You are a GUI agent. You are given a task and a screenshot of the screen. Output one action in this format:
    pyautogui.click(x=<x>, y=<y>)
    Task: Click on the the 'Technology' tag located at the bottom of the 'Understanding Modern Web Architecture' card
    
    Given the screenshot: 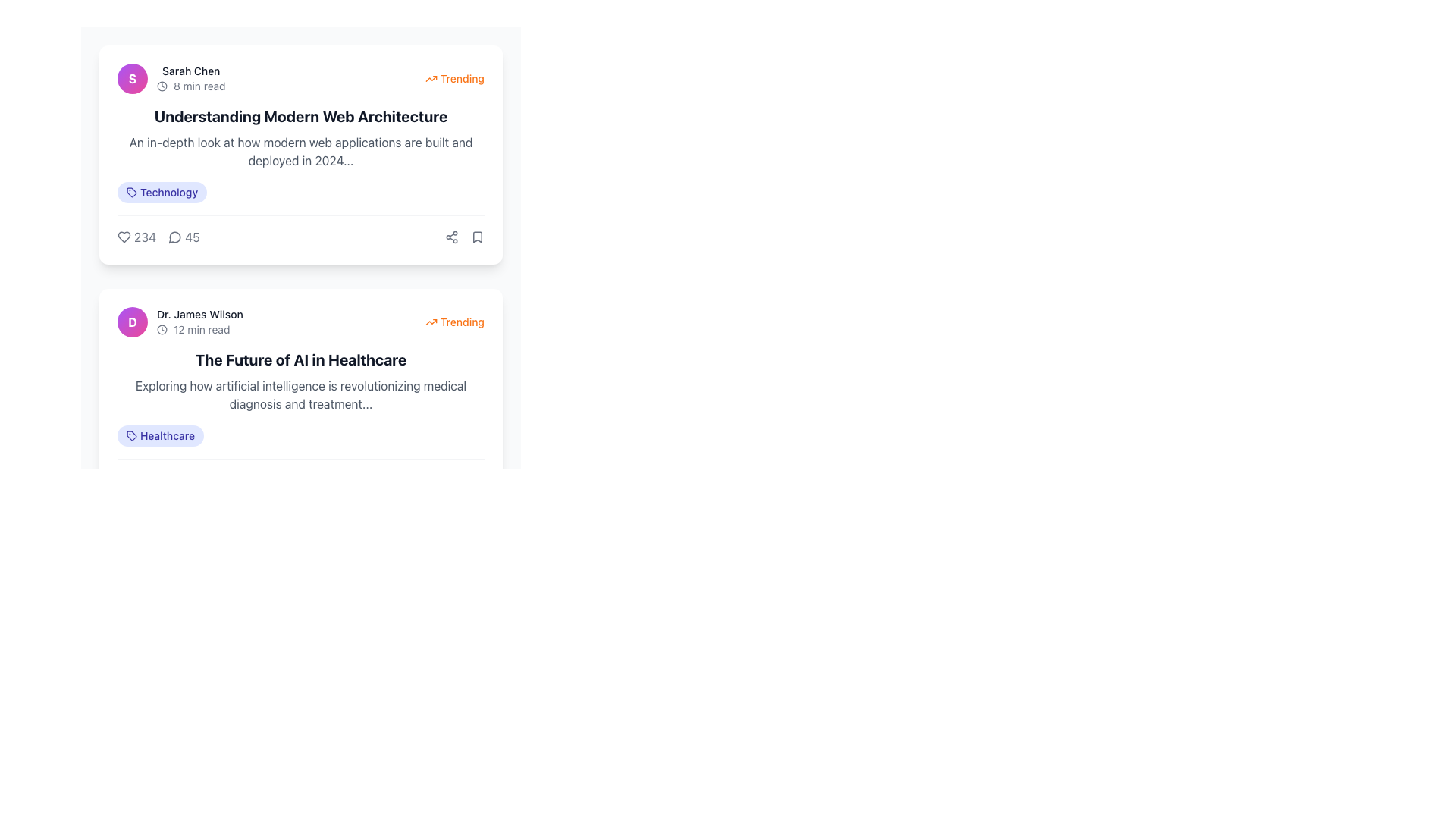 What is the action you would take?
    pyautogui.click(x=301, y=192)
    